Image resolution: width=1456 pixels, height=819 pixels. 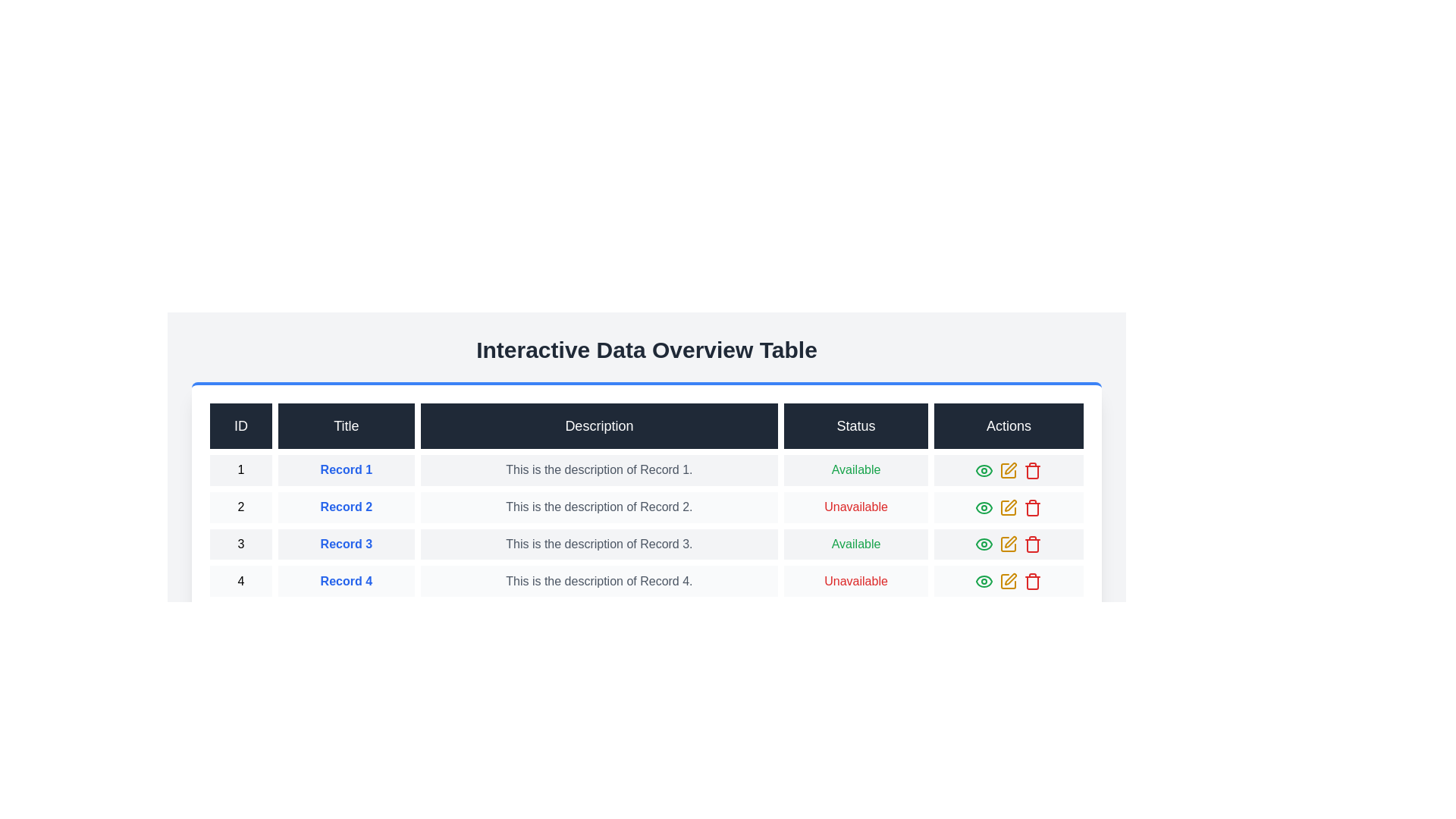 I want to click on the column header Status to sort the table by that column, so click(x=856, y=426).